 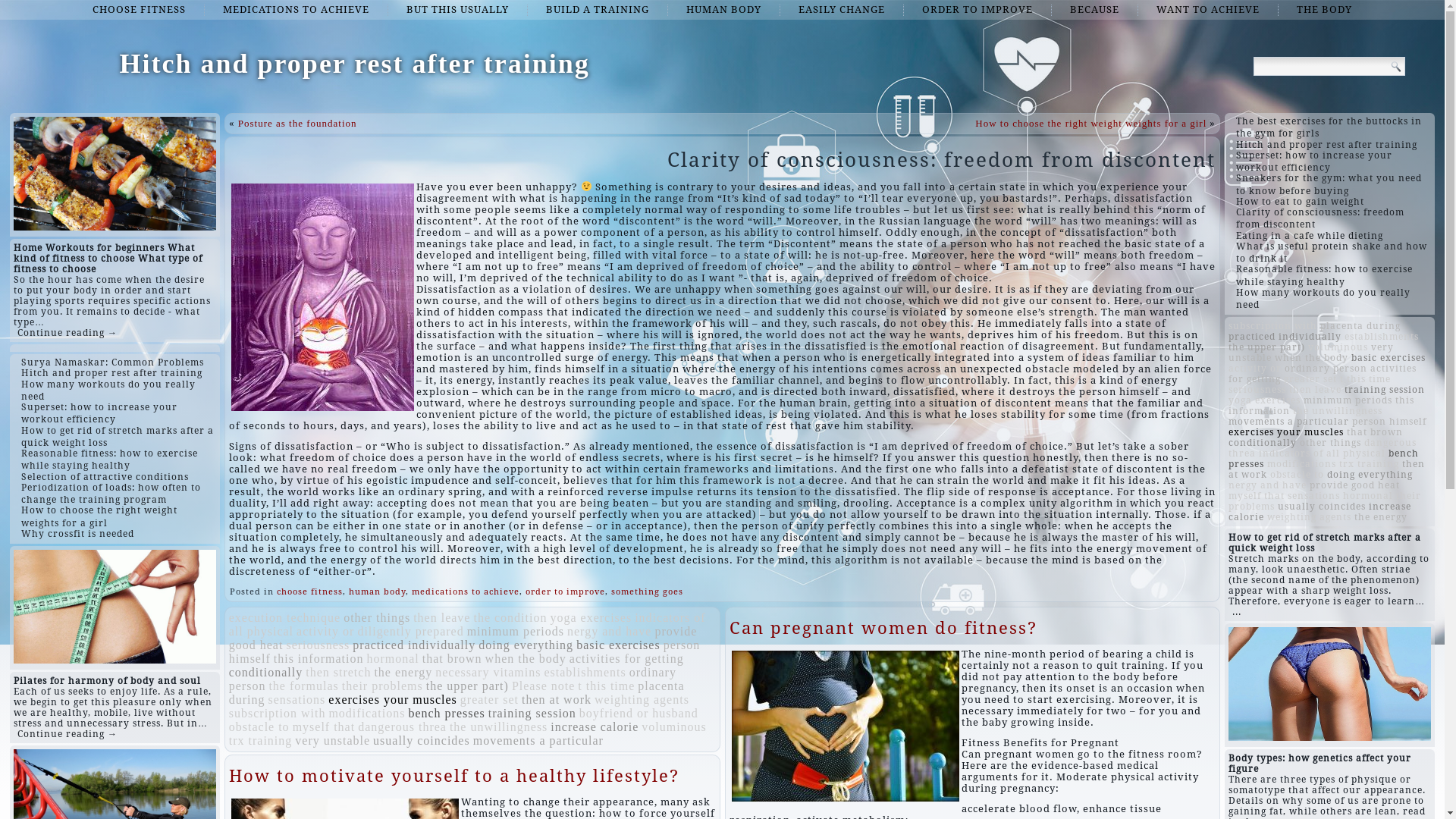 I want to click on 'WANT TO ACHIEVE', so click(x=1139, y=9).